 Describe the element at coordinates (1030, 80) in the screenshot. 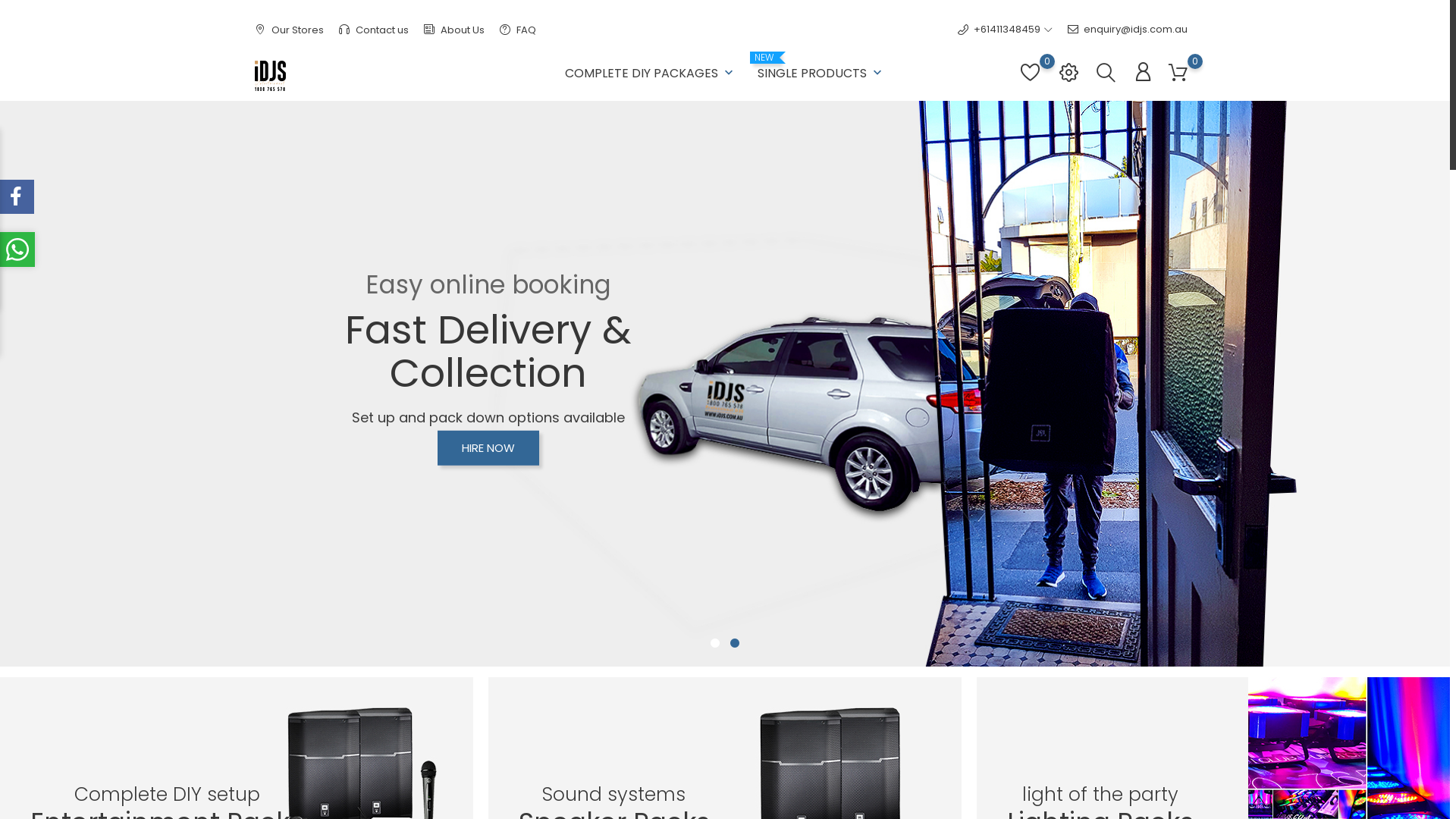

I see `'0'` at that location.